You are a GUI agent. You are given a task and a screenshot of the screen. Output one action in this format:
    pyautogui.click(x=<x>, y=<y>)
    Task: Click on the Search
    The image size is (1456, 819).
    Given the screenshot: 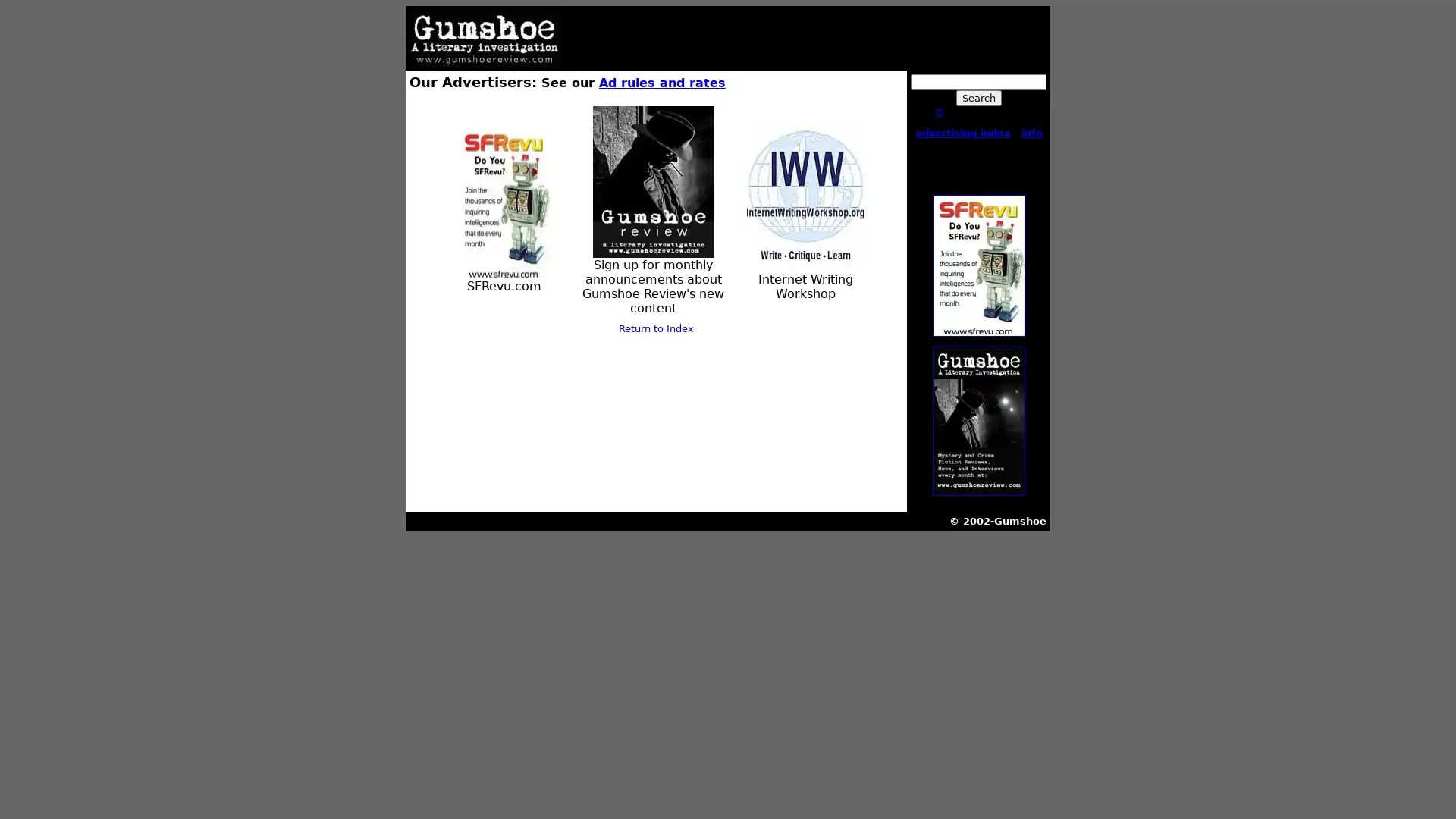 What is the action you would take?
    pyautogui.click(x=978, y=97)
    